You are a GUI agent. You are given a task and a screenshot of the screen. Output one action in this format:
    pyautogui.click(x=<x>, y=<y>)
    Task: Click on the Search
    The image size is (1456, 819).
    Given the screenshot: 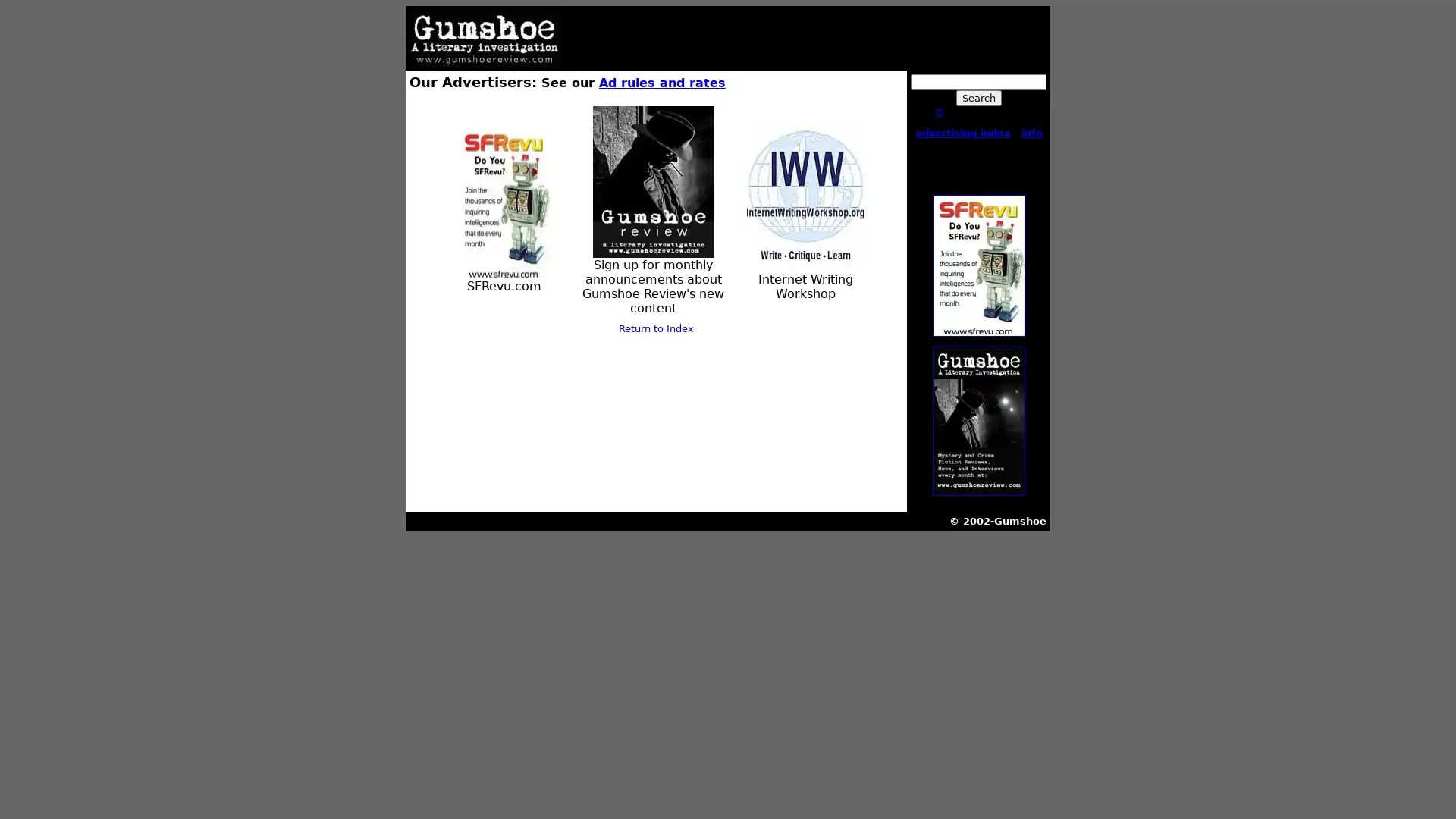 What is the action you would take?
    pyautogui.click(x=978, y=97)
    